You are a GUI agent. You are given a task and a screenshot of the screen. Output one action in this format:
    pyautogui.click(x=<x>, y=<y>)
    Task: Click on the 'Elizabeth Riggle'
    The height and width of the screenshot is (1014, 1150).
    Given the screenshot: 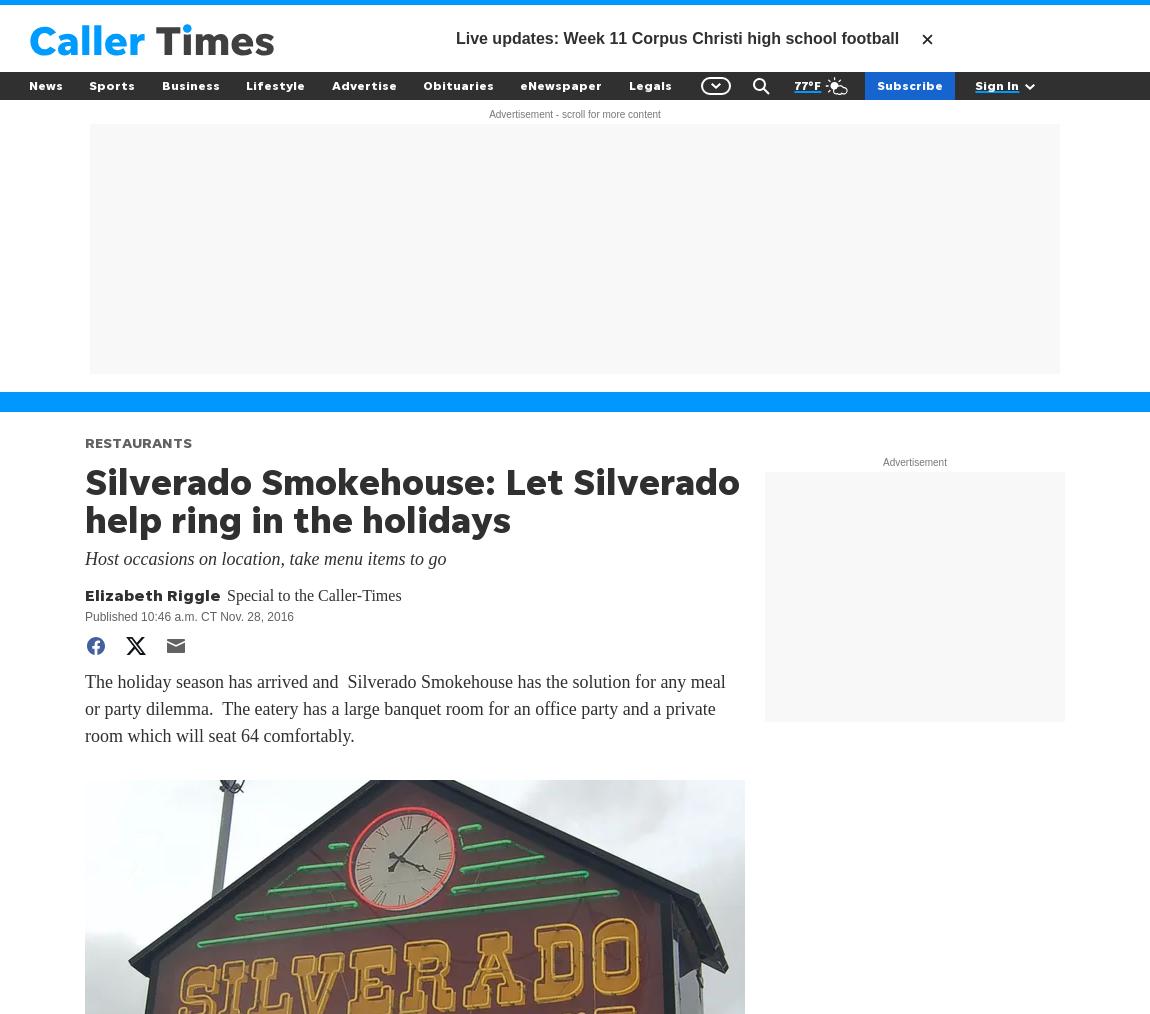 What is the action you would take?
    pyautogui.click(x=151, y=595)
    